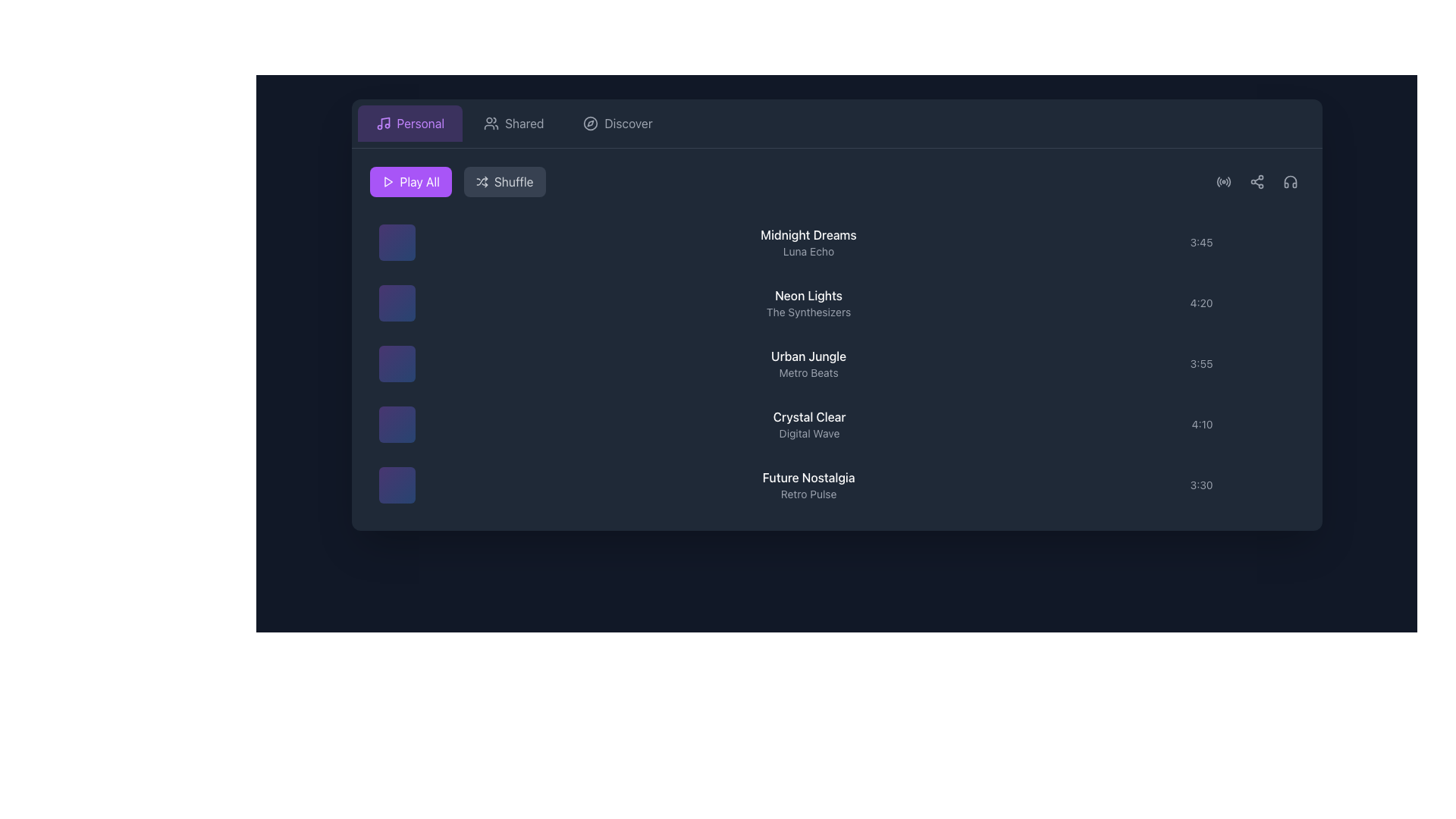  What do you see at coordinates (513, 180) in the screenshot?
I see `the 'Shuffle' text label, which is styled in a modern sans-serif font, white in color, located to the right of the 'Play All' button within a button that includes a shuffle icon` at bounding box center [513, 180].